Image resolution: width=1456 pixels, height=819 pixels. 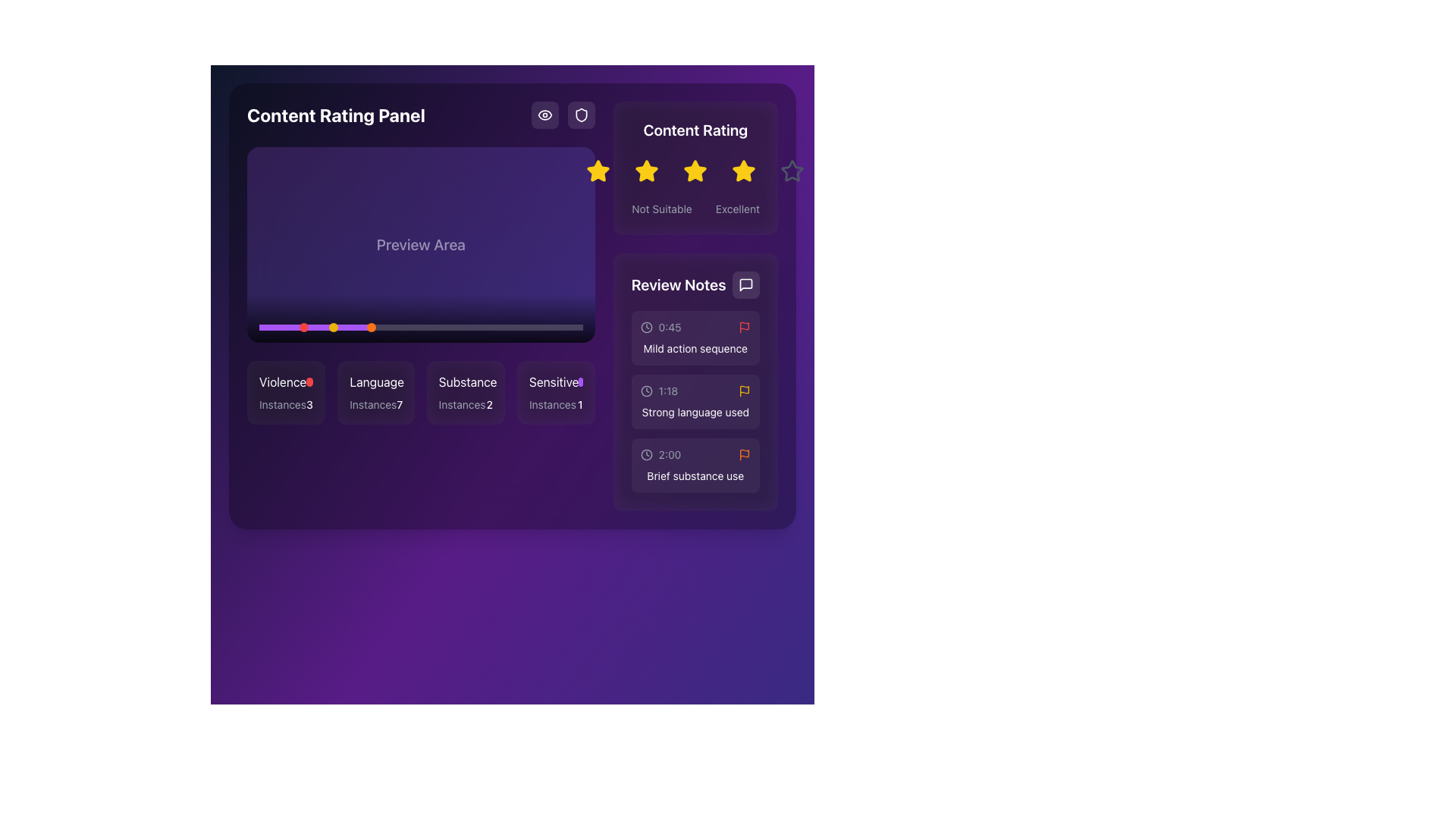 What do you see at coordinates (647, 171) in the screenshot?
I see `the second star icon in the rating system` at bounding box center [647, 171].